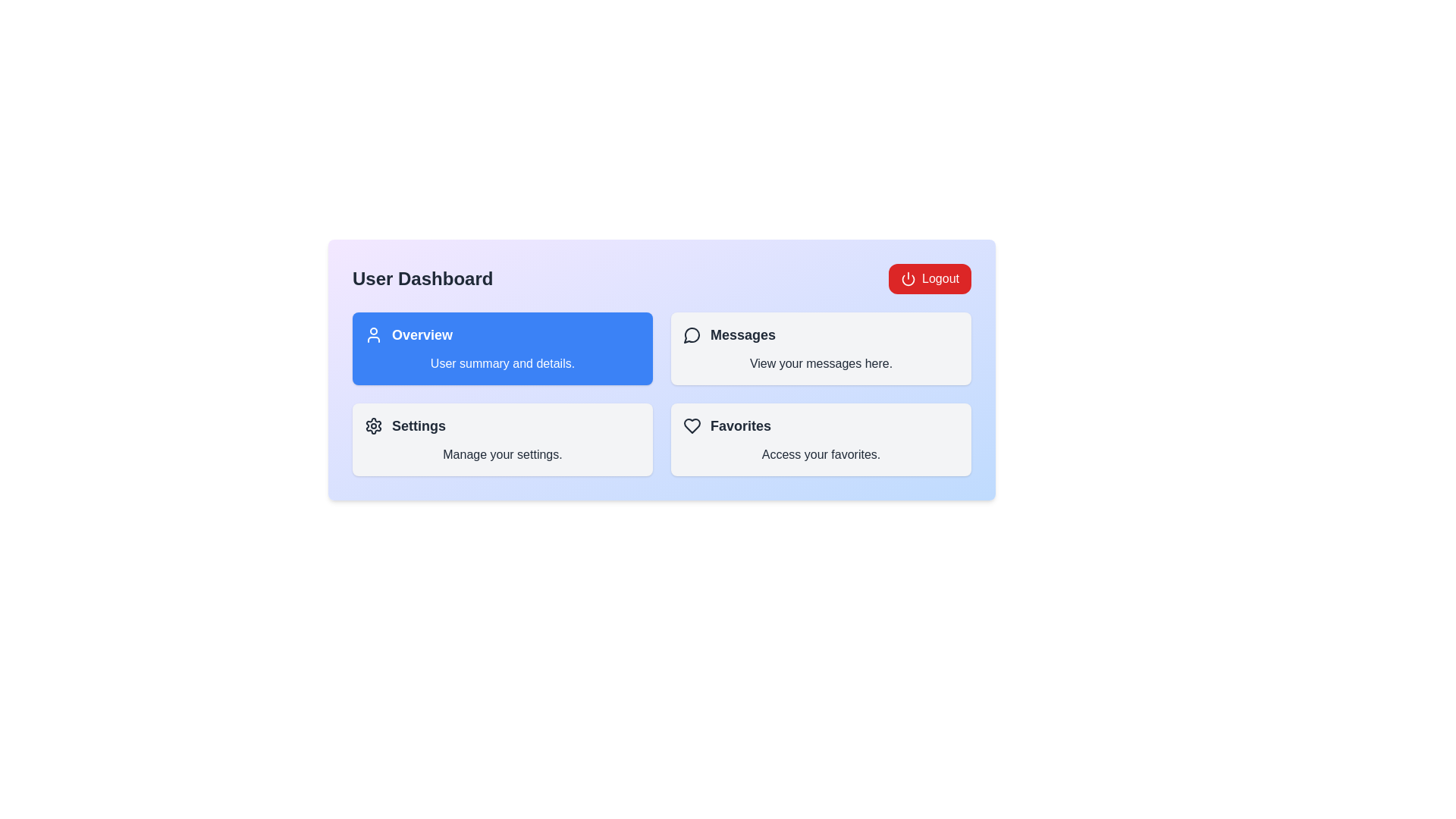 The height and width of the screenshot is (819, 1456). Describe the element at coordinates (502, 439) in the screenshot. I see `the third settings card located in the lower-left corner of the grid layout` at that location.